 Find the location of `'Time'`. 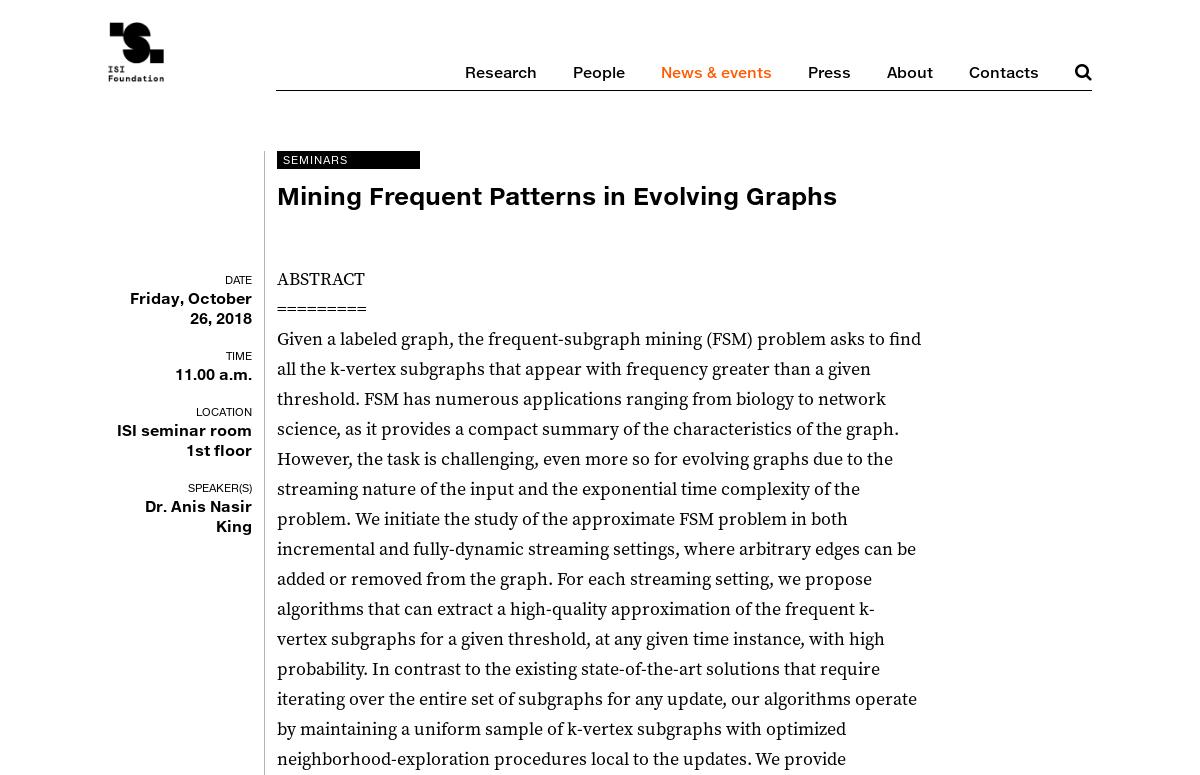

'Time' is located at coordinates (238, 355).